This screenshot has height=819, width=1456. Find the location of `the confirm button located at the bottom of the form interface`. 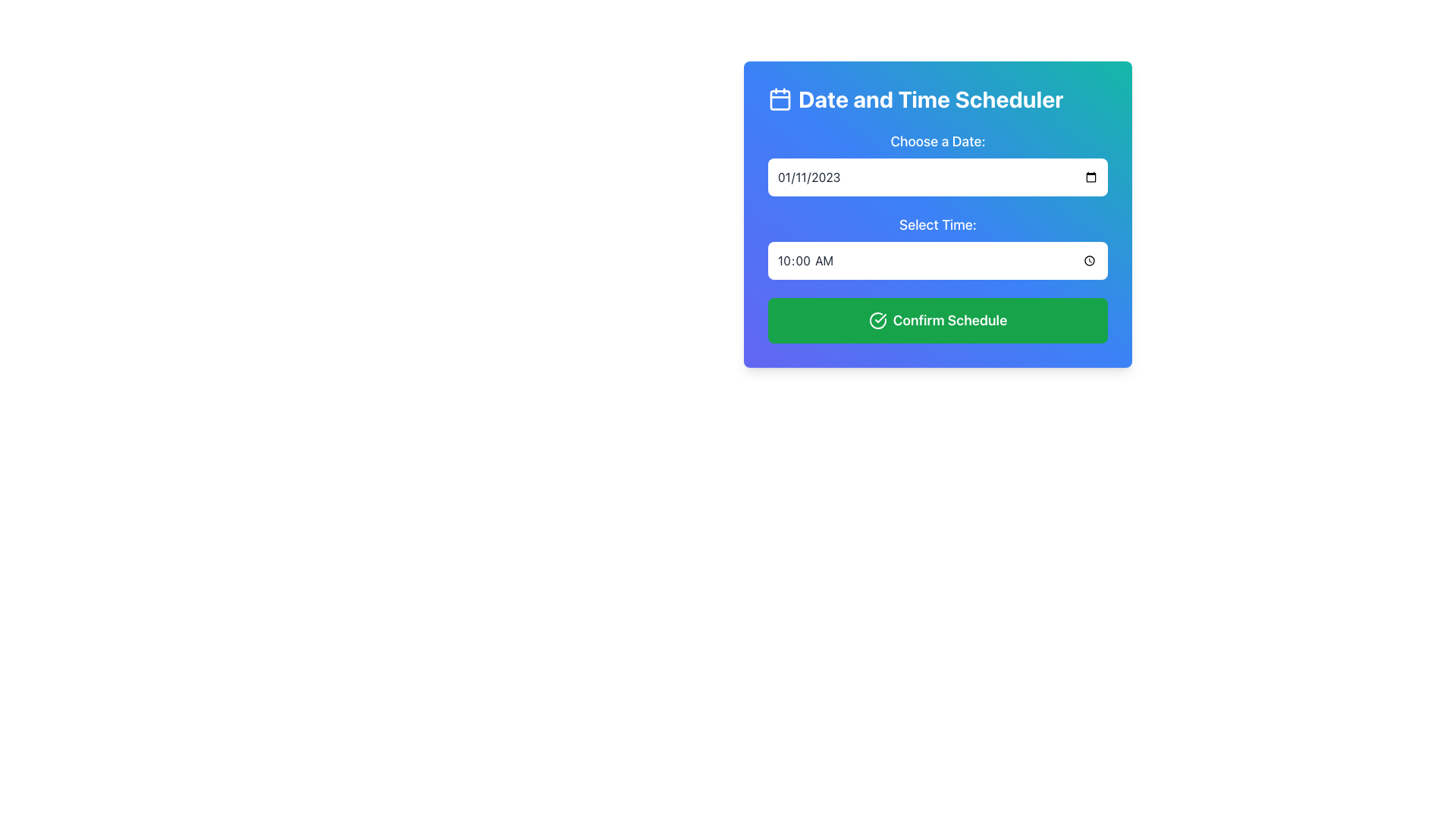

the confirm button located at the bottom of the form interface is located at coordinates (937, 320).